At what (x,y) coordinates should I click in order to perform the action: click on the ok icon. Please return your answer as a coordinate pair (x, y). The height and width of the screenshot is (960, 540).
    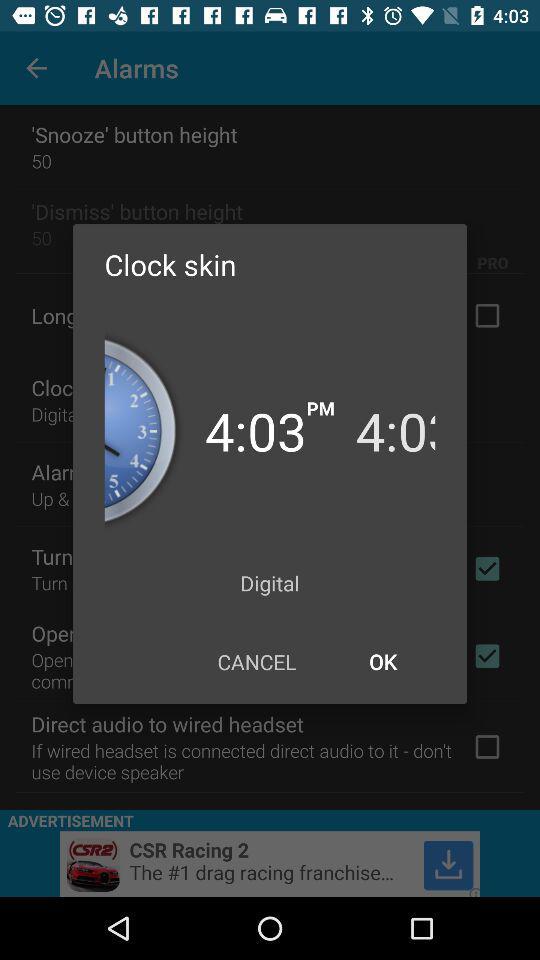
    Looking at the image, I should click on (382, 661).